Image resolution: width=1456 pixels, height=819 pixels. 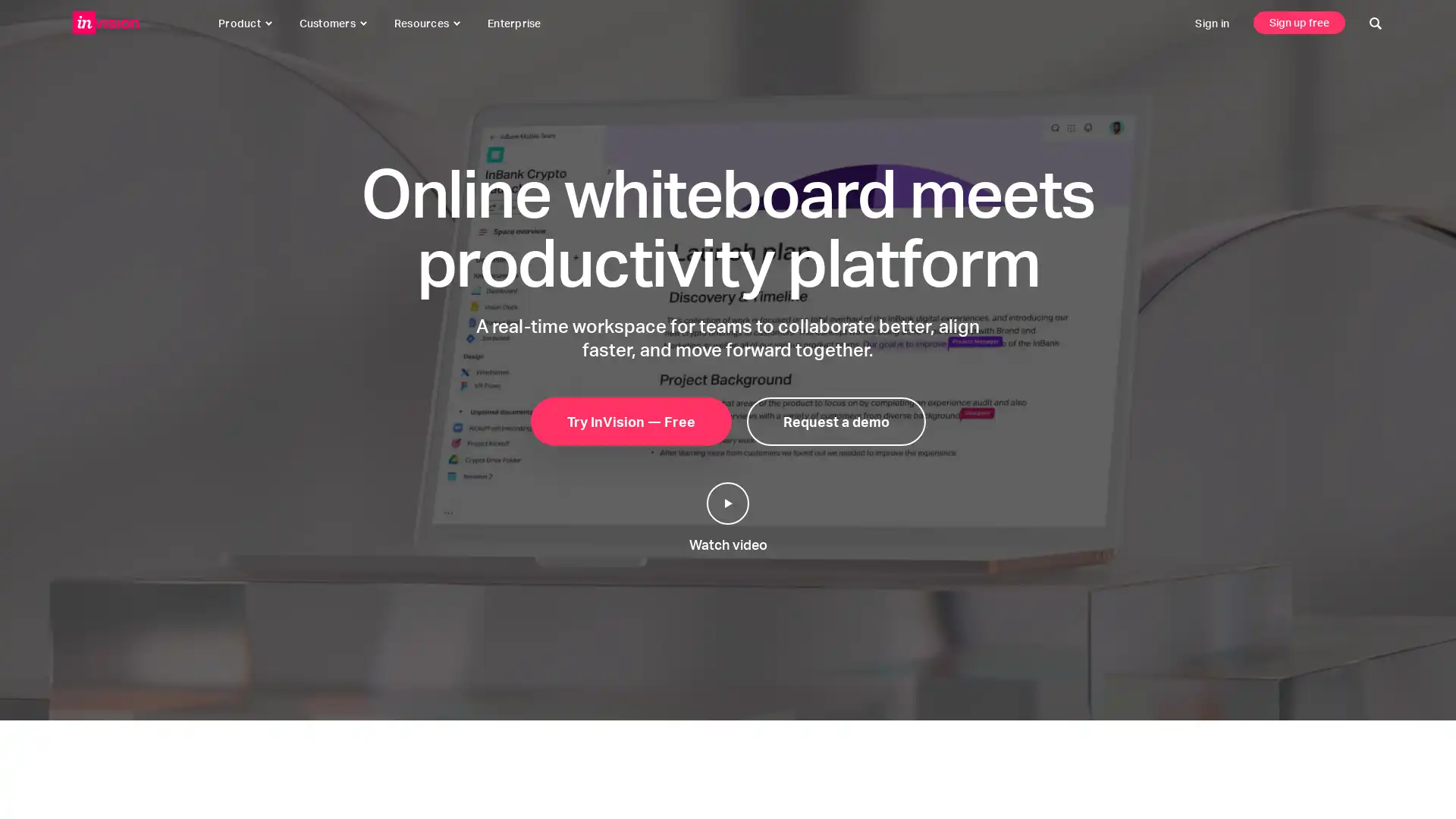 What do you see at coordinates (1211, 23) in the screenshot?
I see `sign in` at bounding box center [1211, 23].